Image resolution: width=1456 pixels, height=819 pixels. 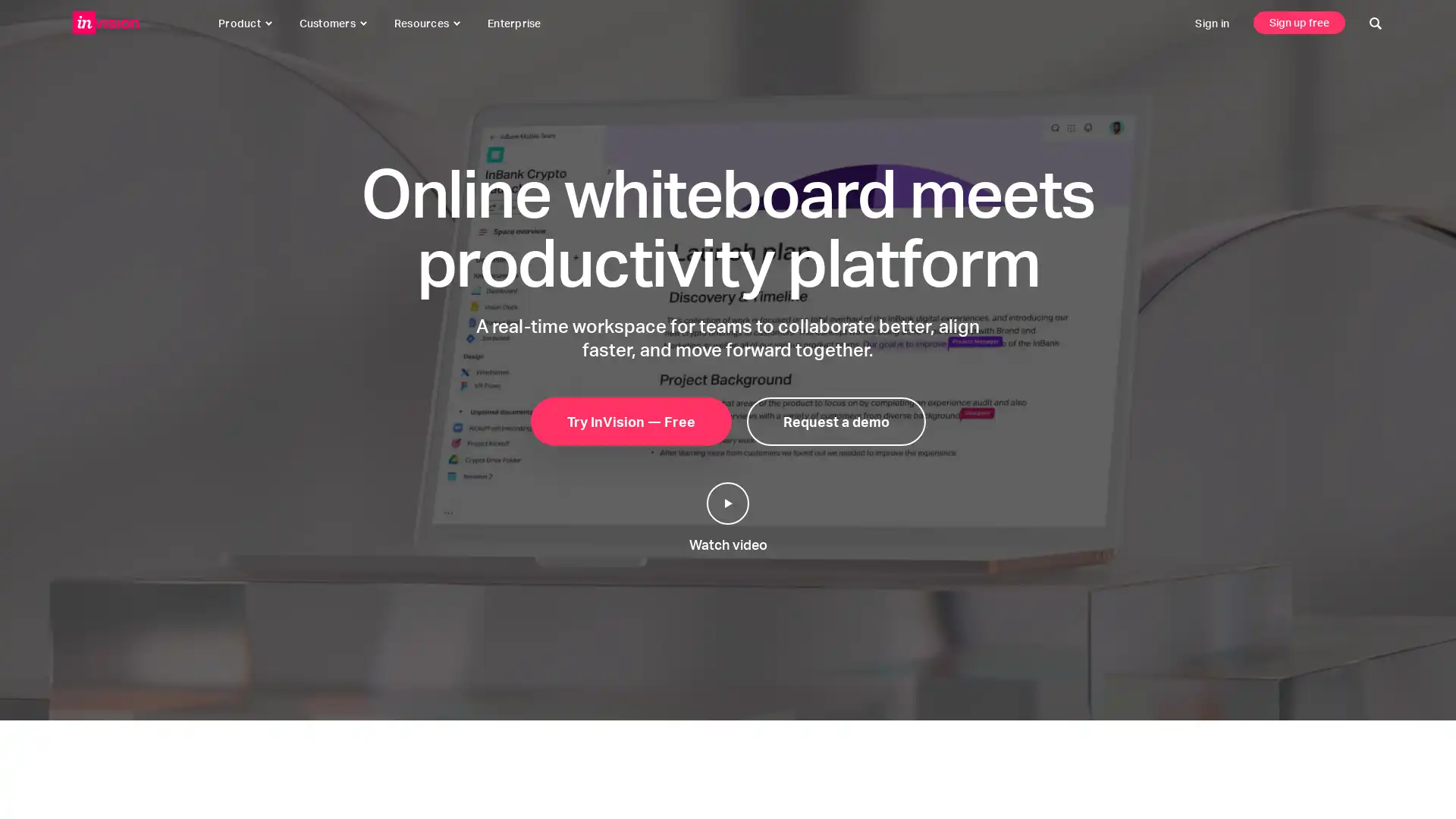 What do you see at coordinates (1211, 23) in the screenshot?
I see `sign in` at bounding box center [1211, 23].